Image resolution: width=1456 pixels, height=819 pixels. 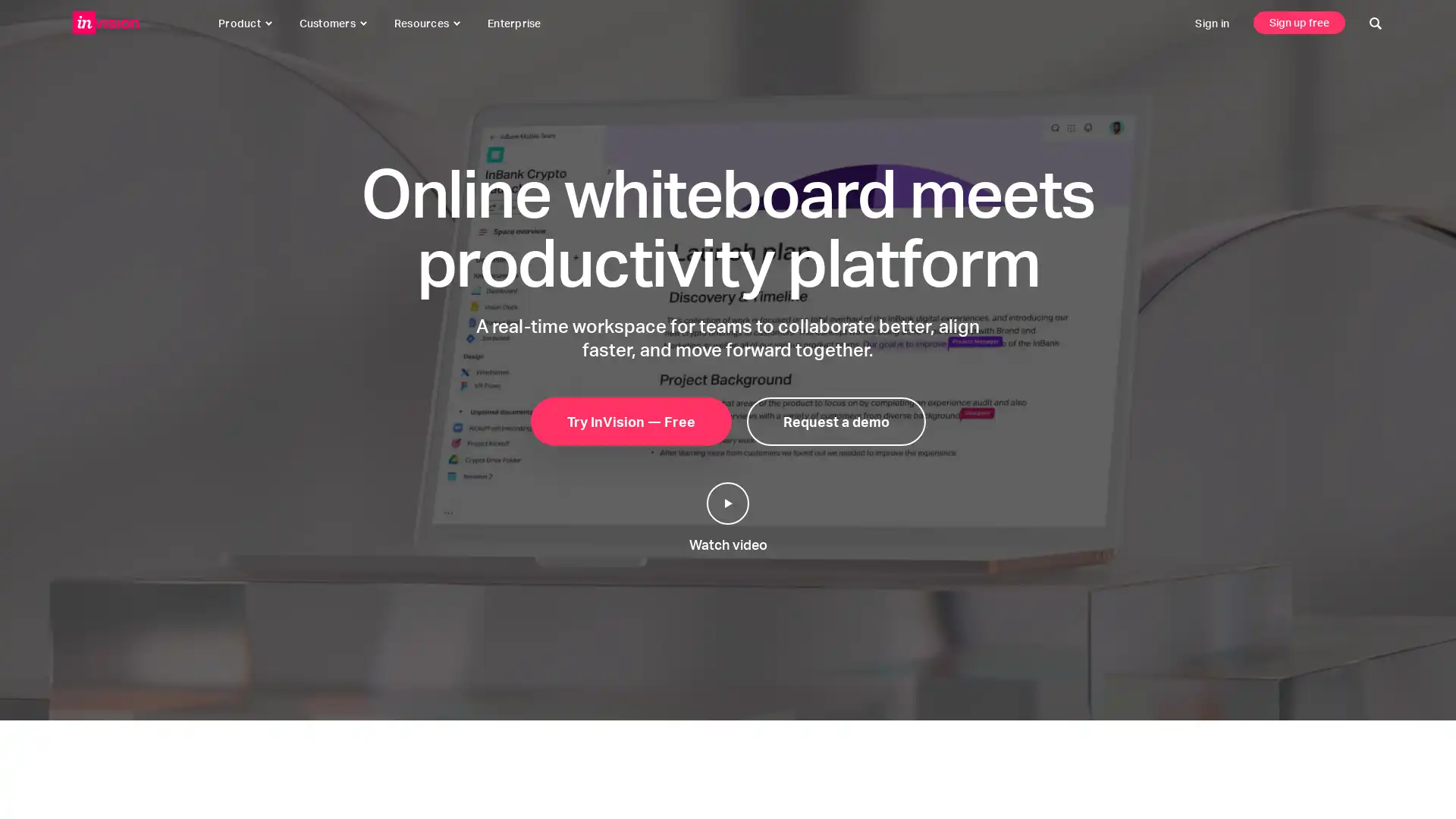 What do you see at coordinates (1211, 23) in the screenshot?
I see `sign in` at bounding box center [1211, 23].